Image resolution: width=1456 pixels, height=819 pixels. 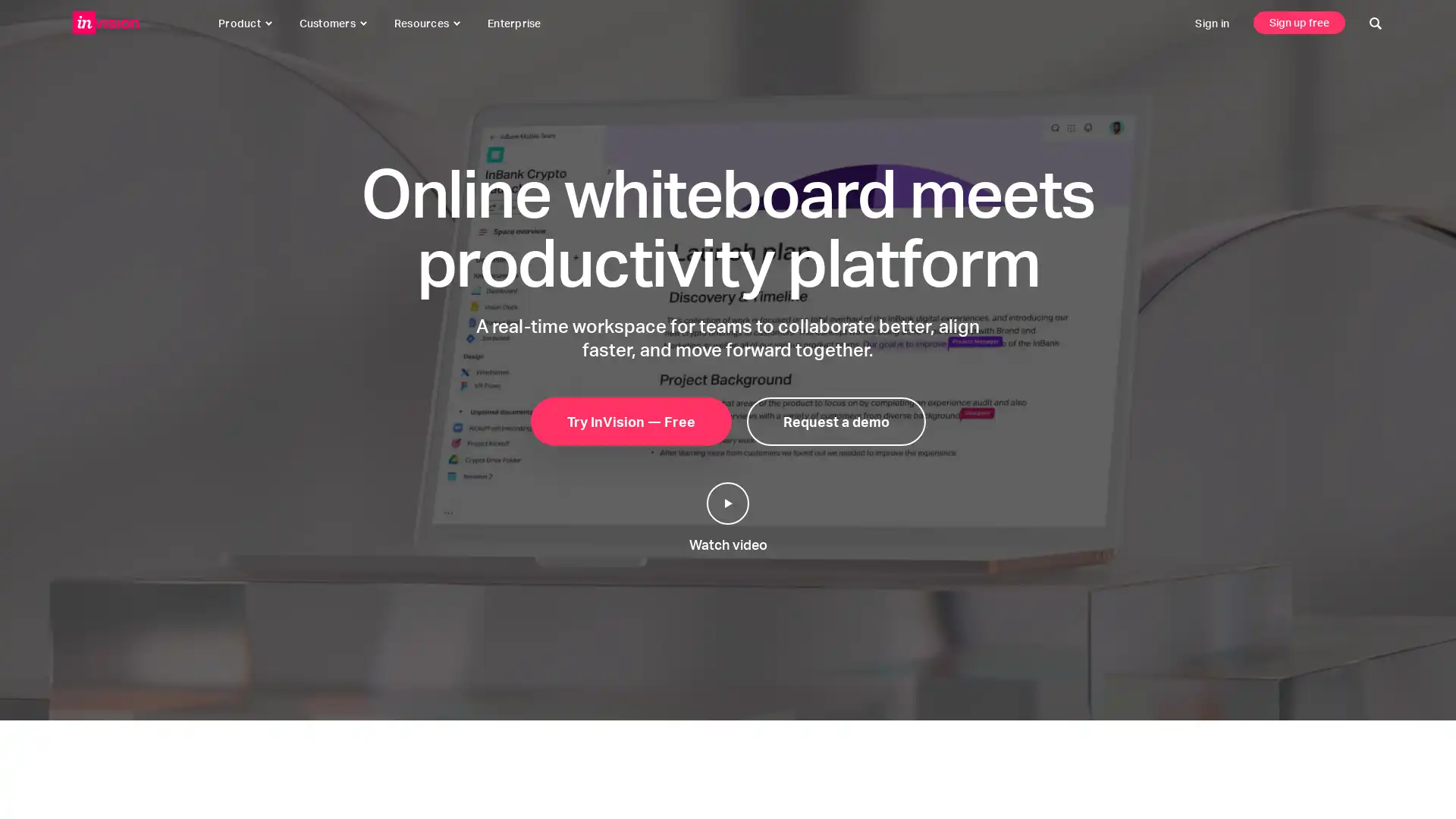 What do you see at coordinates (1211, 23) in the screenshot?
I see `sign in` at bounding box center [1211, 23].